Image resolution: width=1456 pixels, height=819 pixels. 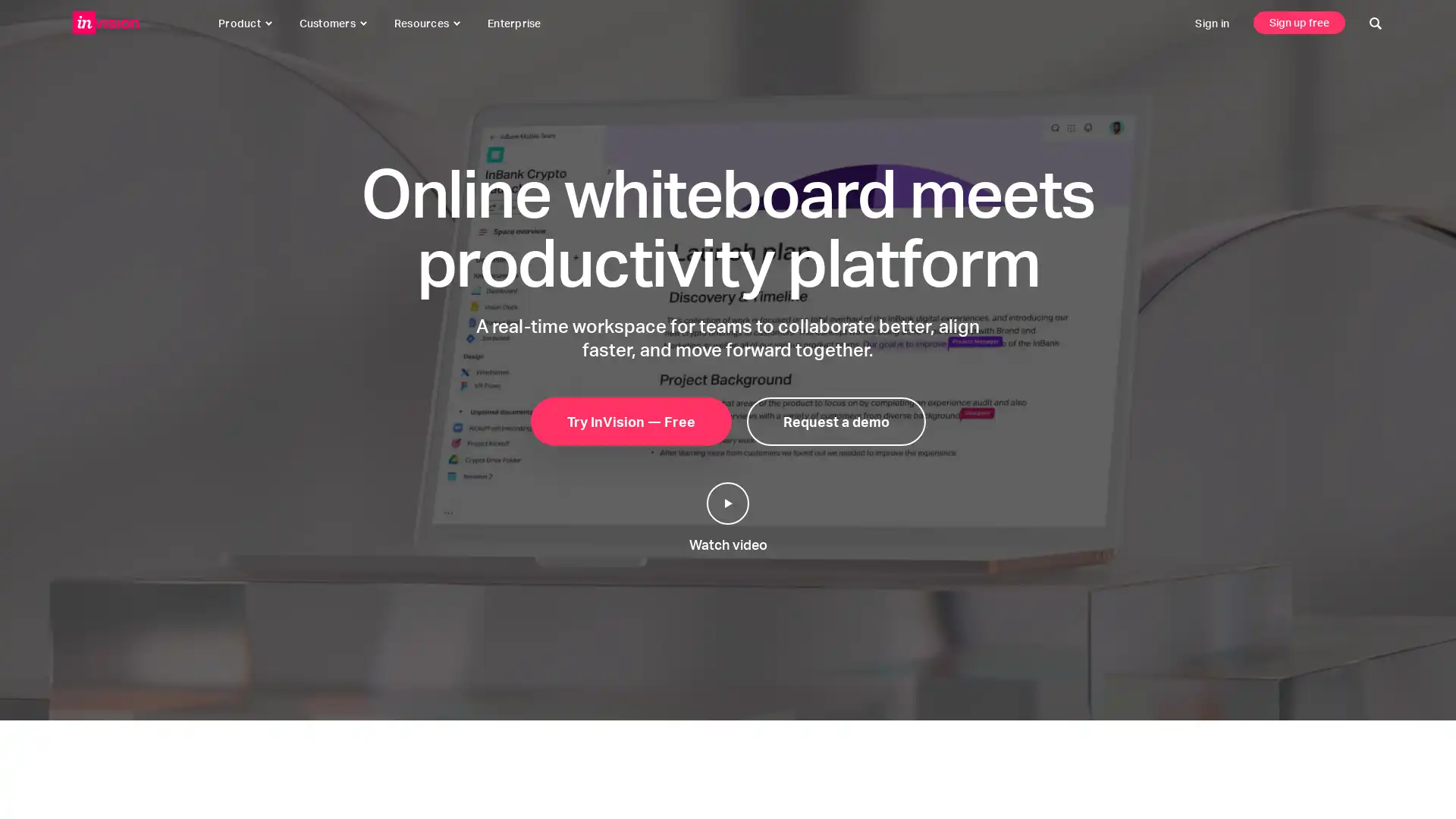 What do you see at coordinates (1211, 23) in the screenshot?
I see `sign in` at bounding box center [1211, 23].